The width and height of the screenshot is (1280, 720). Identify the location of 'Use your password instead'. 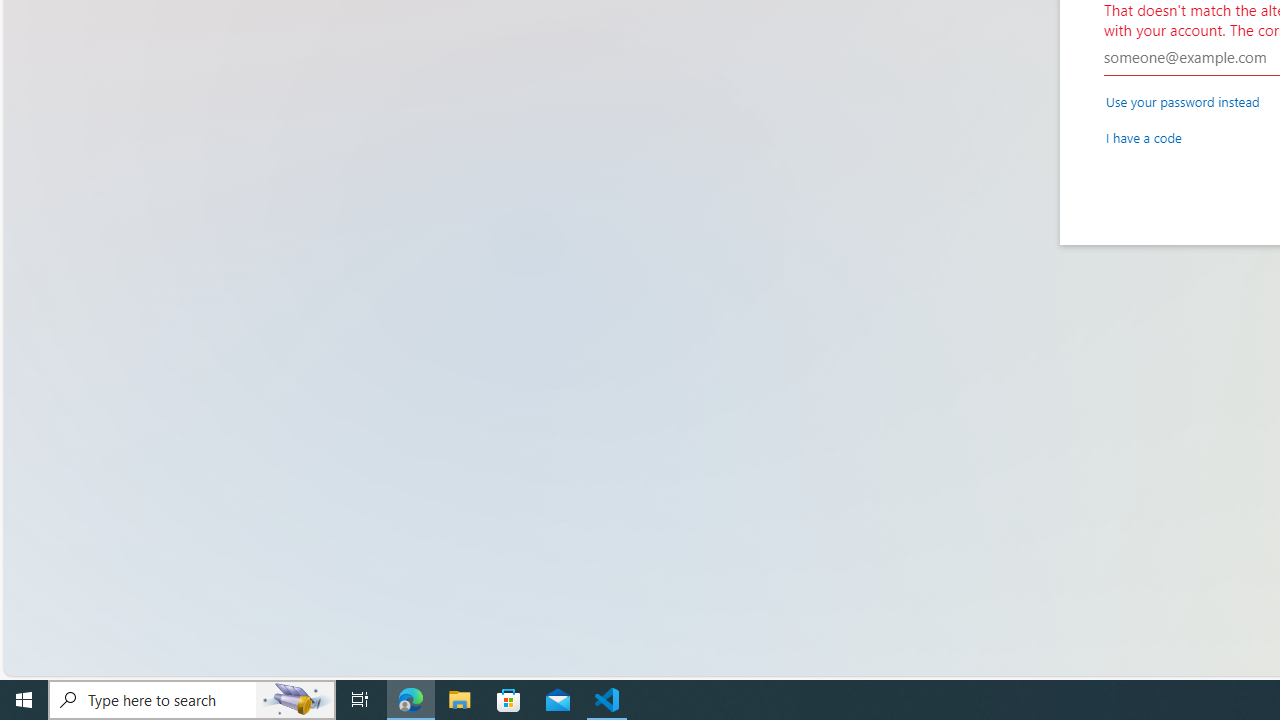
(1182, 101).